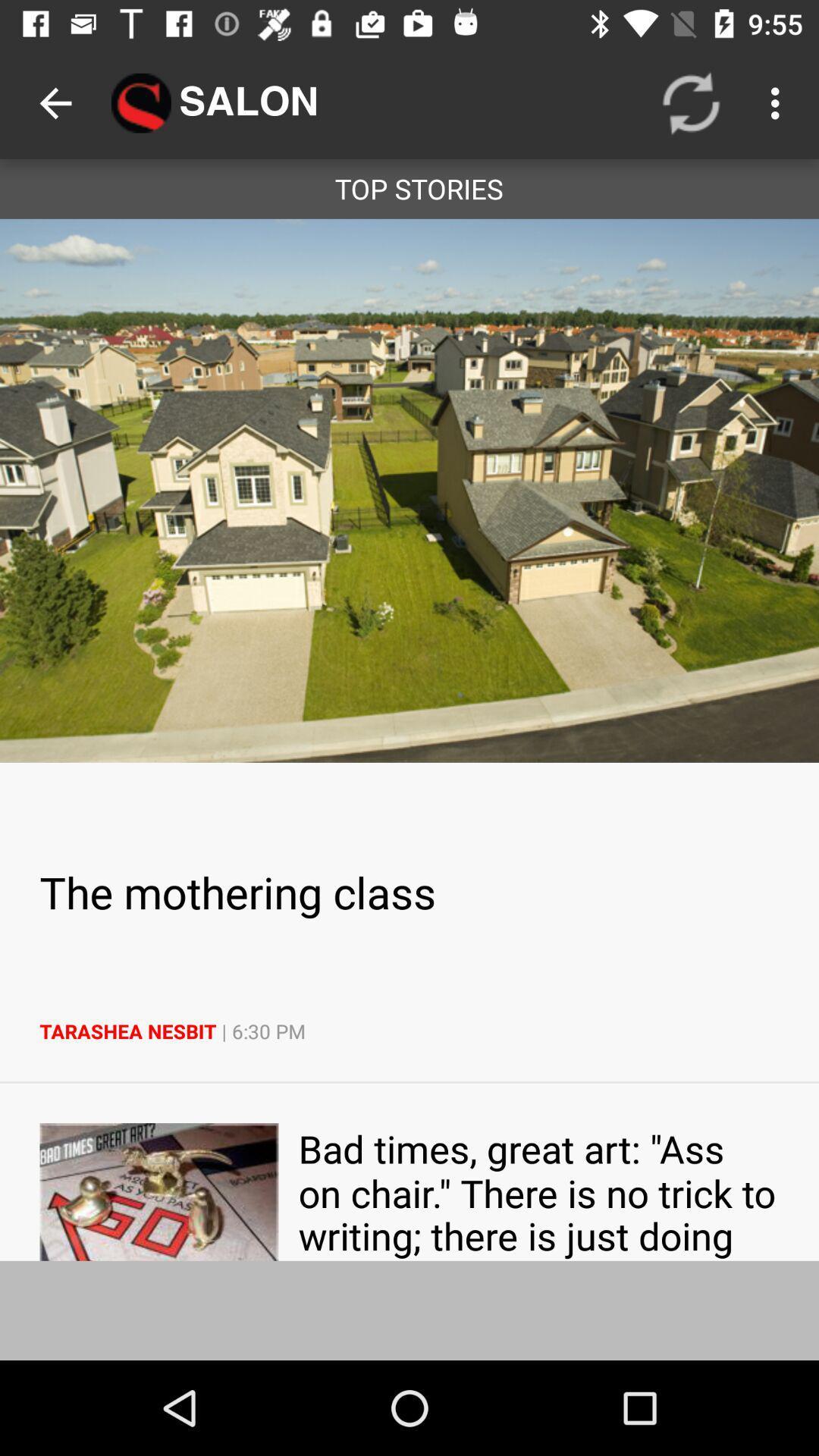 The image size is (819, 1456). Describe the element at coordinates (779, 102) in the screenshot. I see `icon above top stories icon` at that location.